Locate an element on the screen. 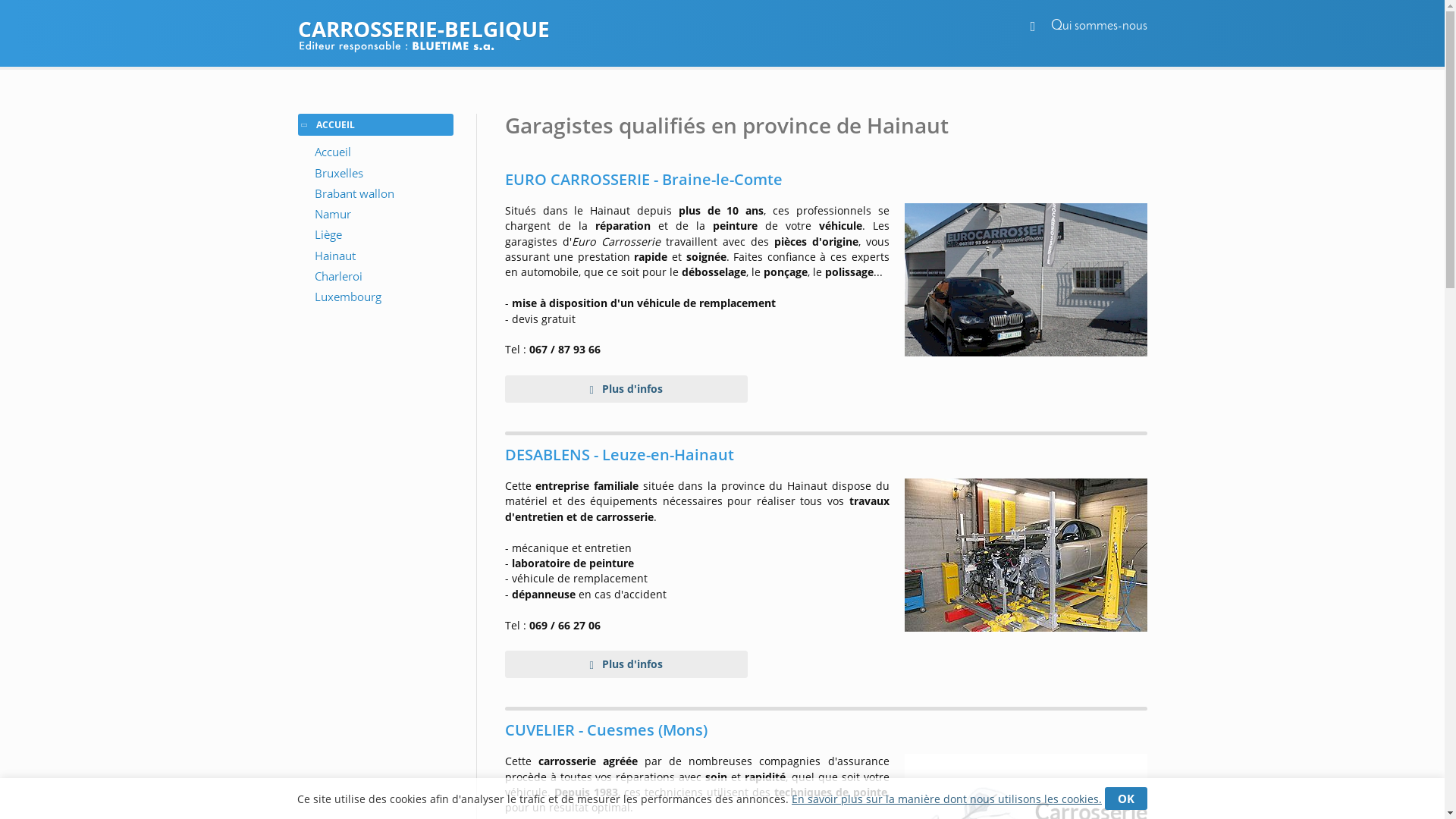  'Plus d'infos' is located at coordinates (626, 663).